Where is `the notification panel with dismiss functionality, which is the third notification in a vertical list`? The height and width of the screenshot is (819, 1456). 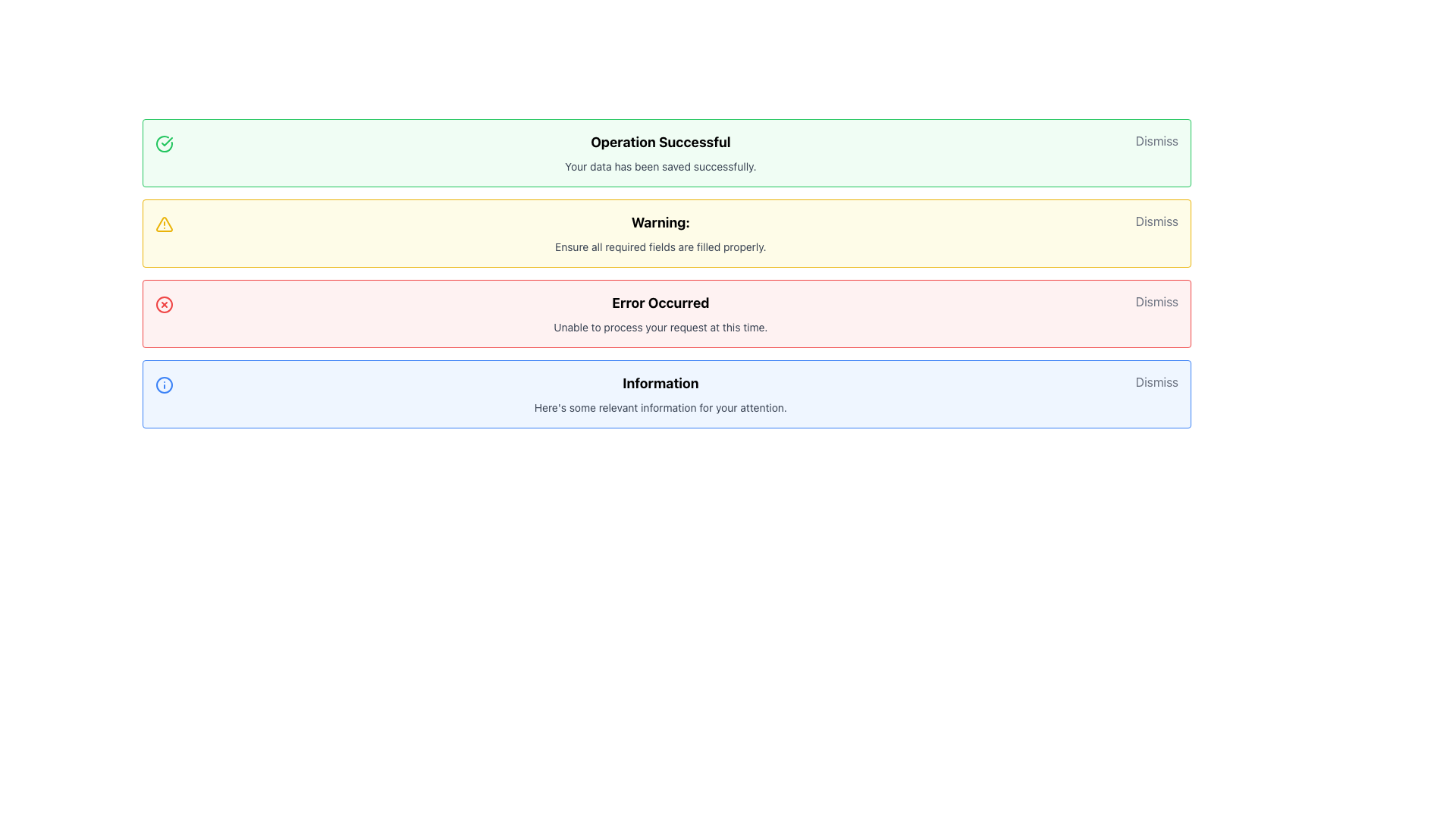 the notification panel with dismiss functionality, which is the third notification in a vertical list is located at coordinates (667, 312).